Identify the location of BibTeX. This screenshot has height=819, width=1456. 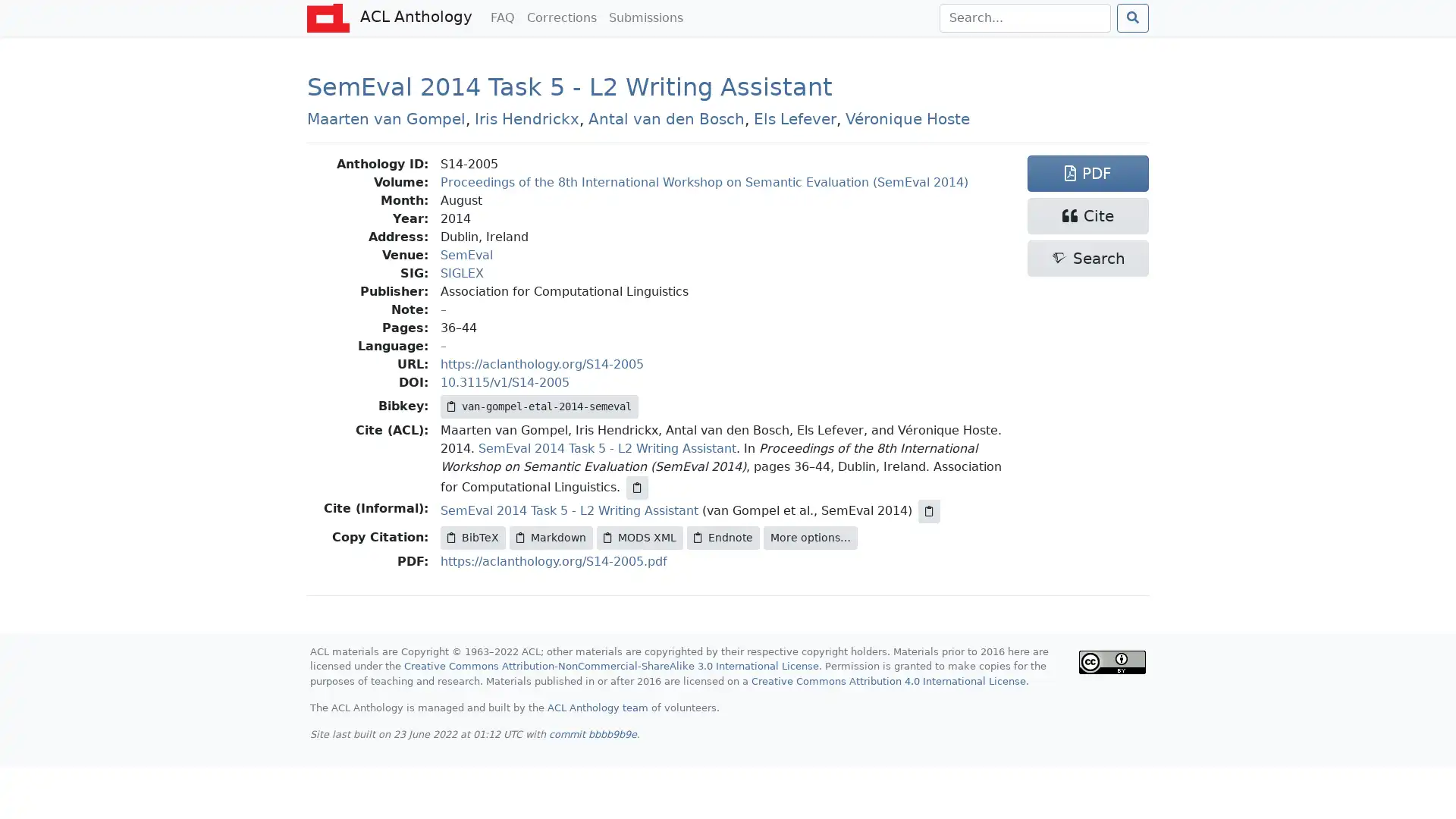
(472, 537).